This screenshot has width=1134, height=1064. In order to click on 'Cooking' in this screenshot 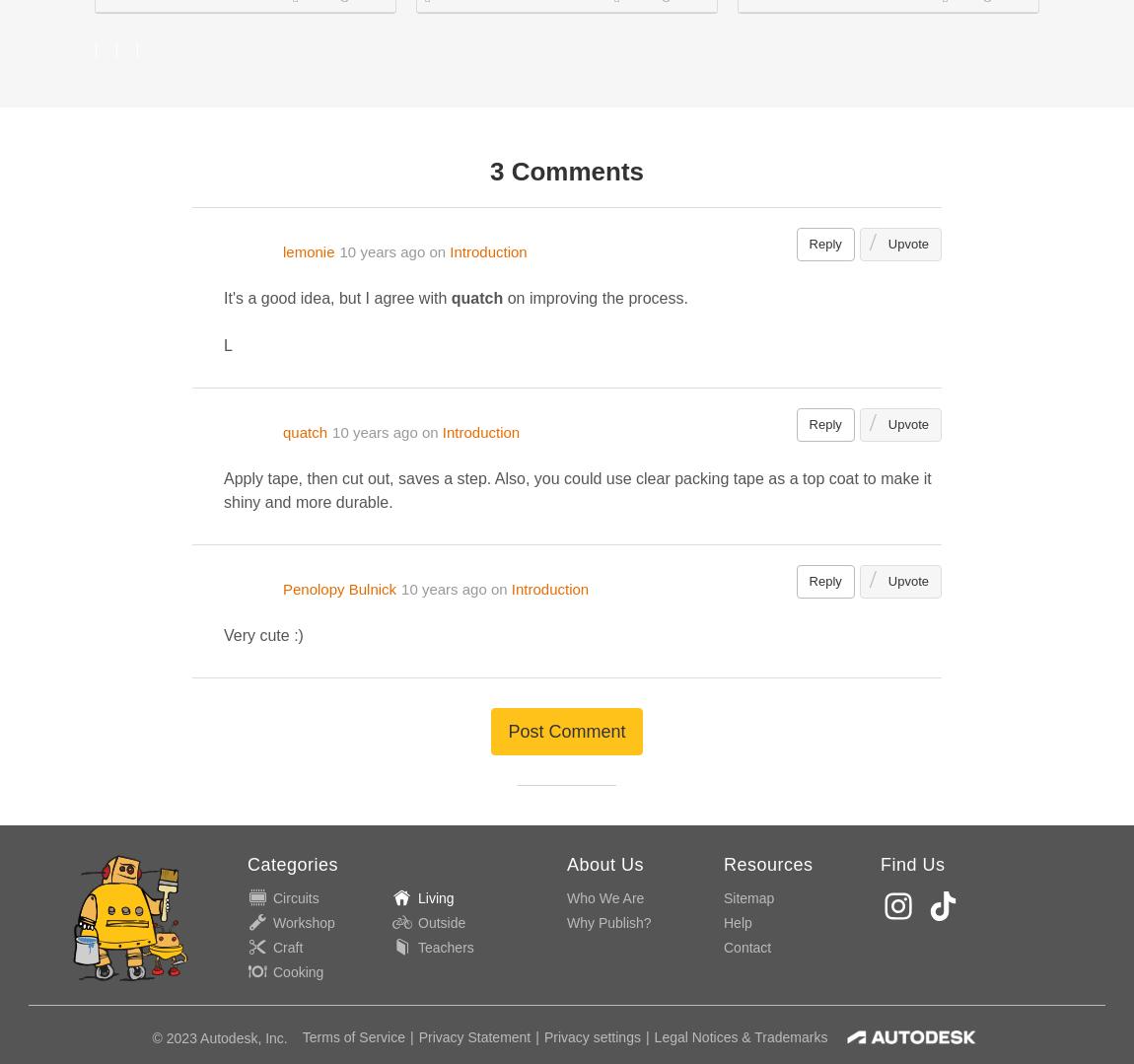, I will do `click(272, 970)`.